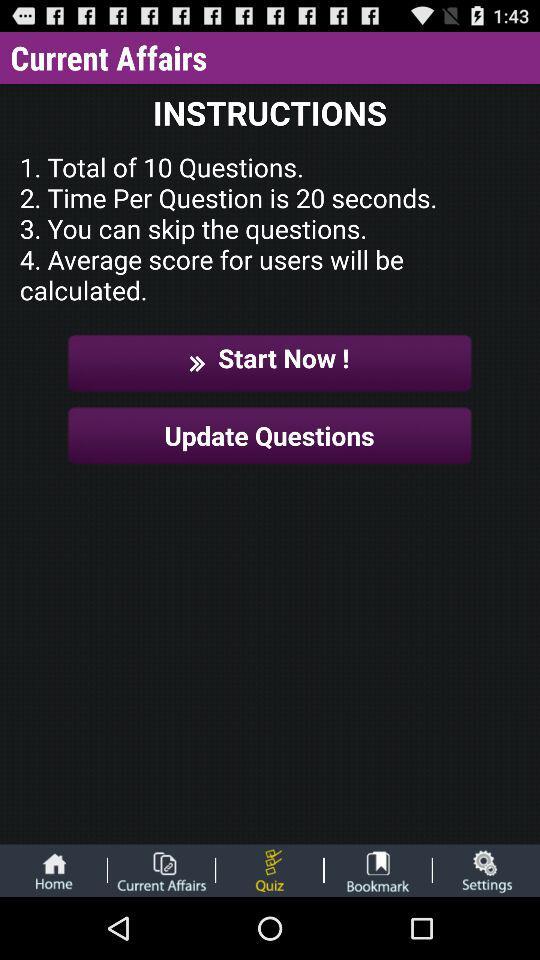 This screenshot has height=960, width=540. Describe the element at coordinates (485, 869) in the screenshot. I see `the button below the update questions item` at that location.